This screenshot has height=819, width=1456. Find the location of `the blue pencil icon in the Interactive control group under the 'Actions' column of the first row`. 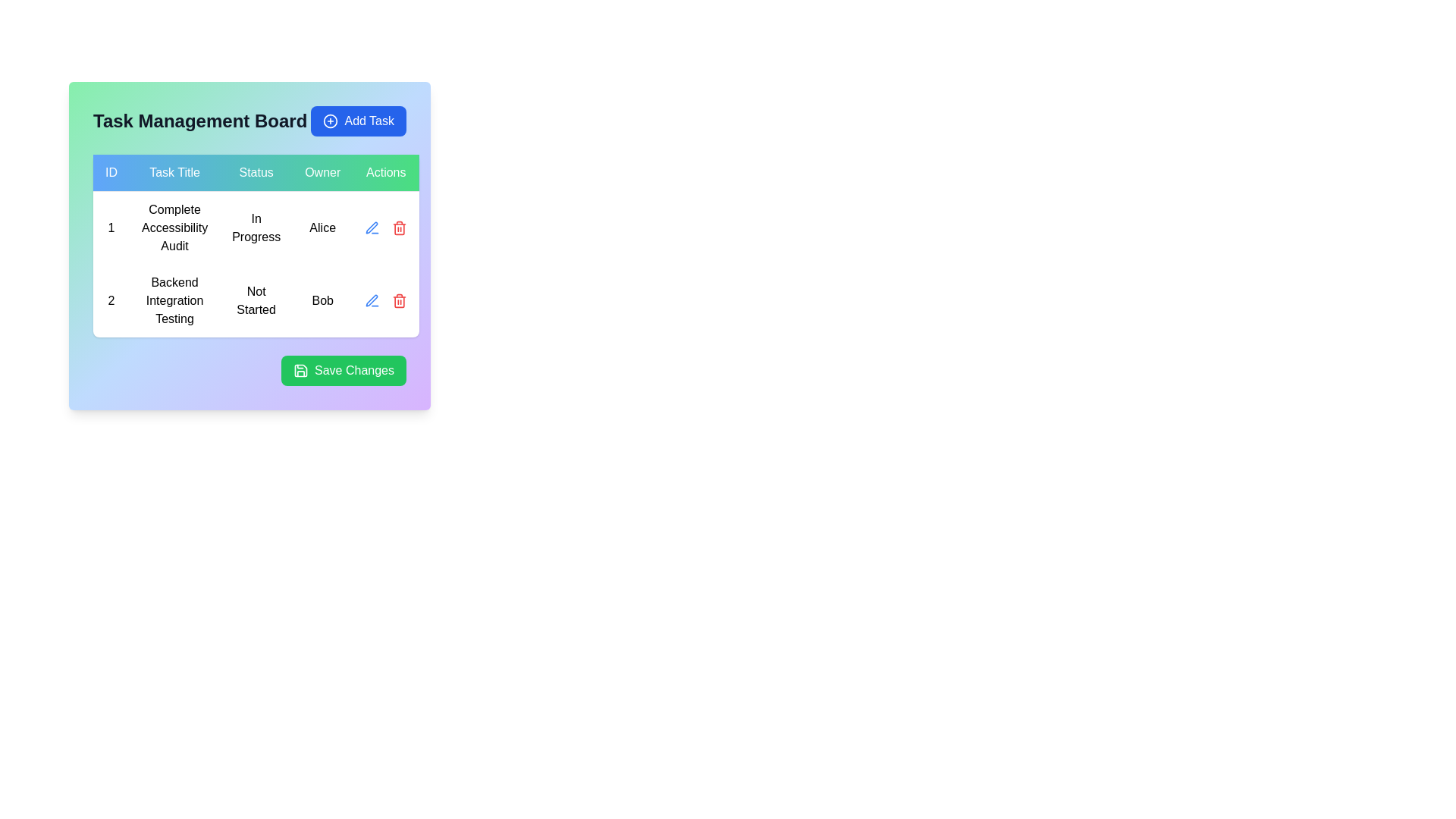

the blue pencil icon in the Interactive control group under the 'Actions' column of the first row is located at coordinates (386, 227).